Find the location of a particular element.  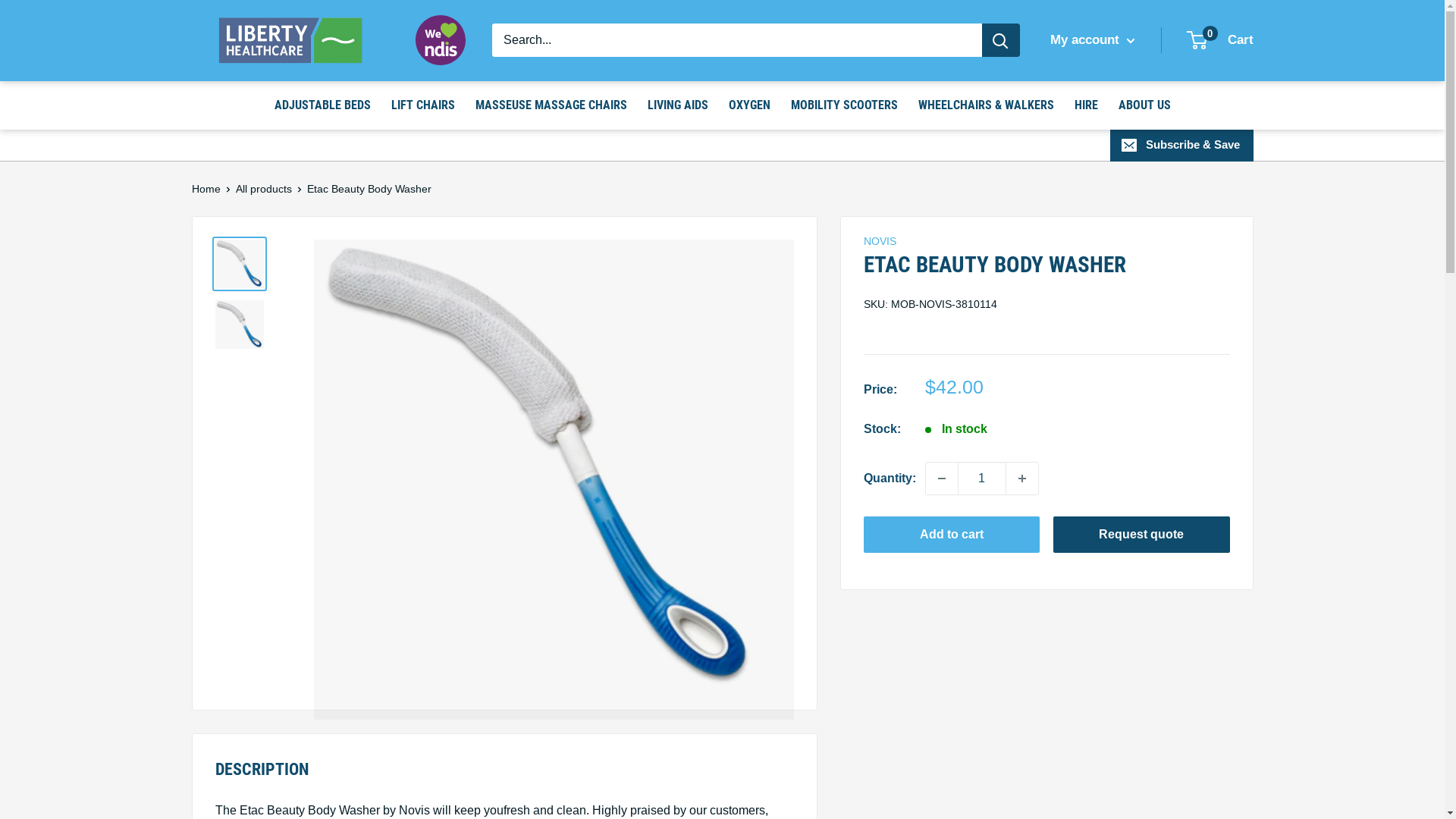

'My account' is located at coordinates (1048, 39).